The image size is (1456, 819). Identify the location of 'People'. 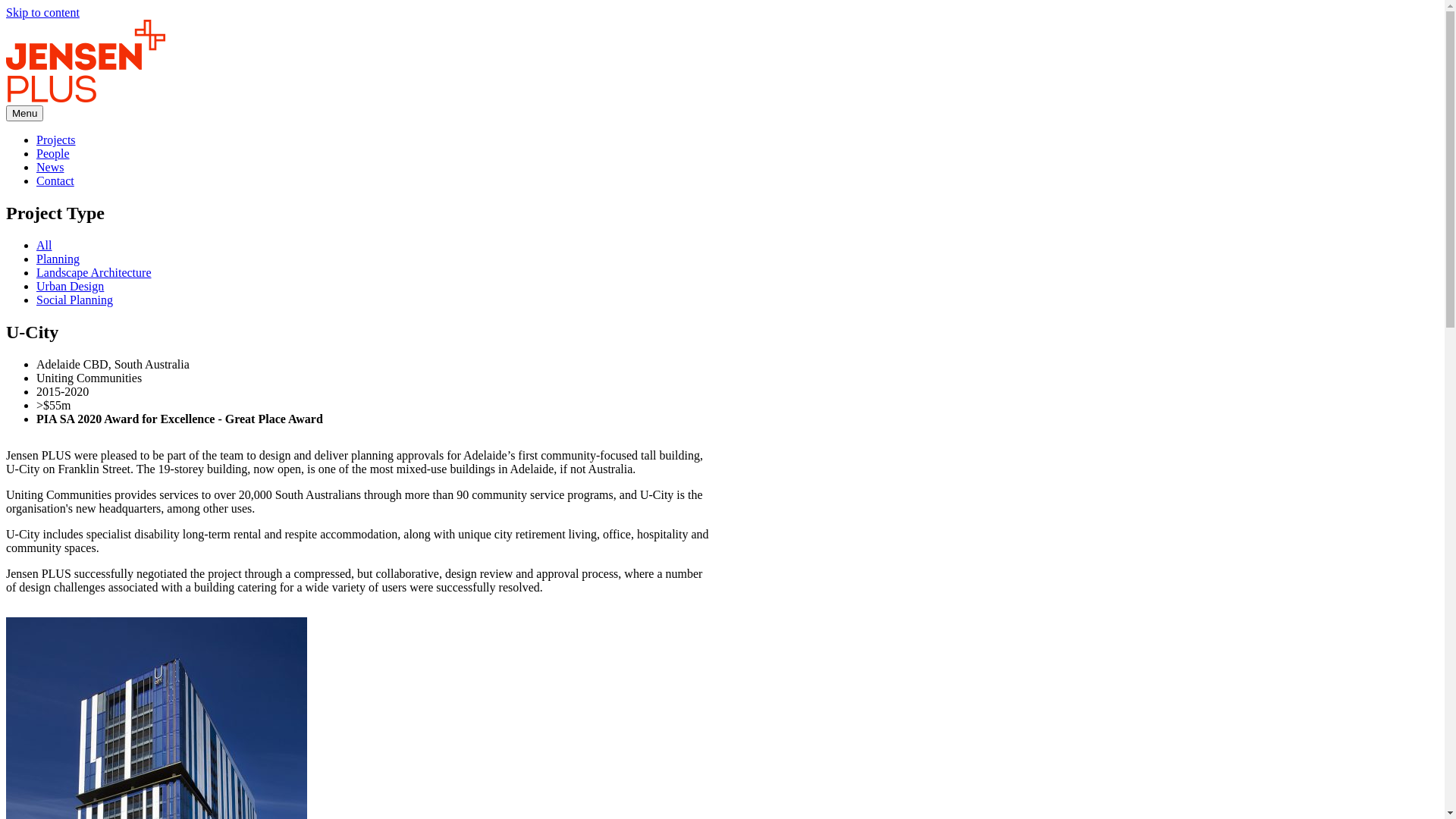
(53, 153).